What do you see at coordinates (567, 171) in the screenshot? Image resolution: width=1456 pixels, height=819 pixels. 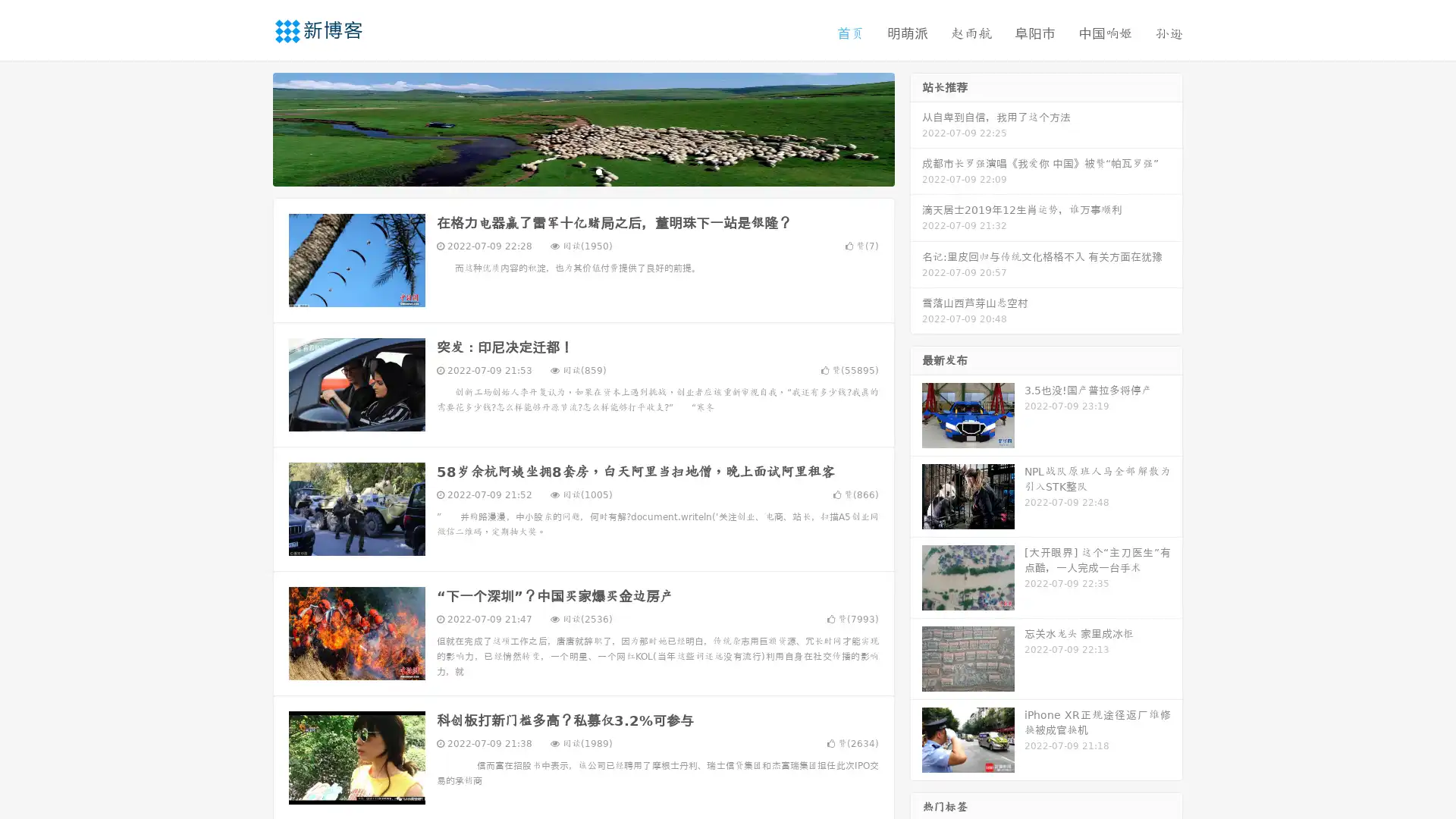 I see `Go to slide 1` at bounding box center [567, 171].